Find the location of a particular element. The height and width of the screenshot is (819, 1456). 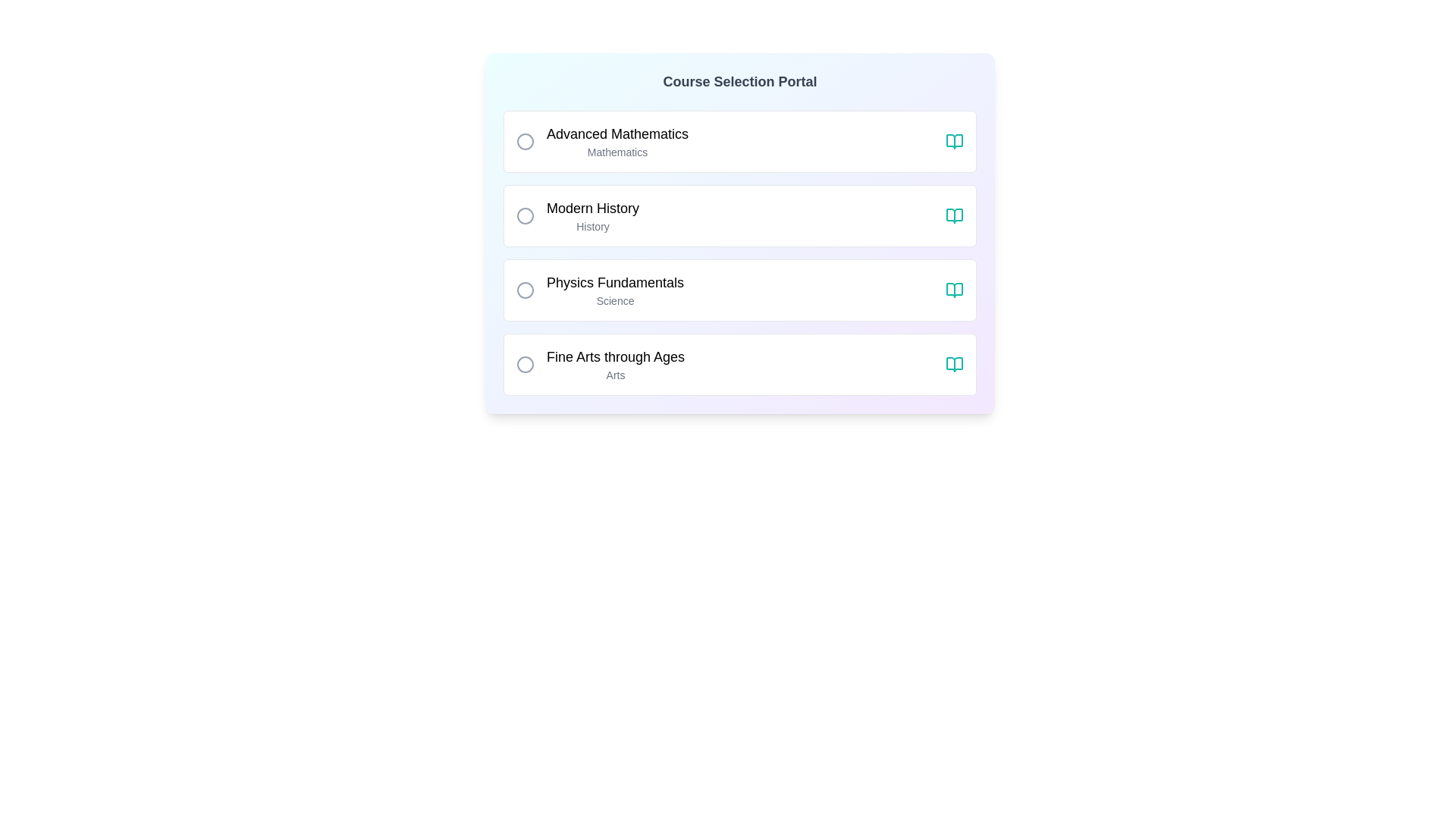

the open book icon located in the bottom-right of the 'Fine Arts through Ages' card, which serves as a visual indicator for additional course information is located at coordinates (953, 365).